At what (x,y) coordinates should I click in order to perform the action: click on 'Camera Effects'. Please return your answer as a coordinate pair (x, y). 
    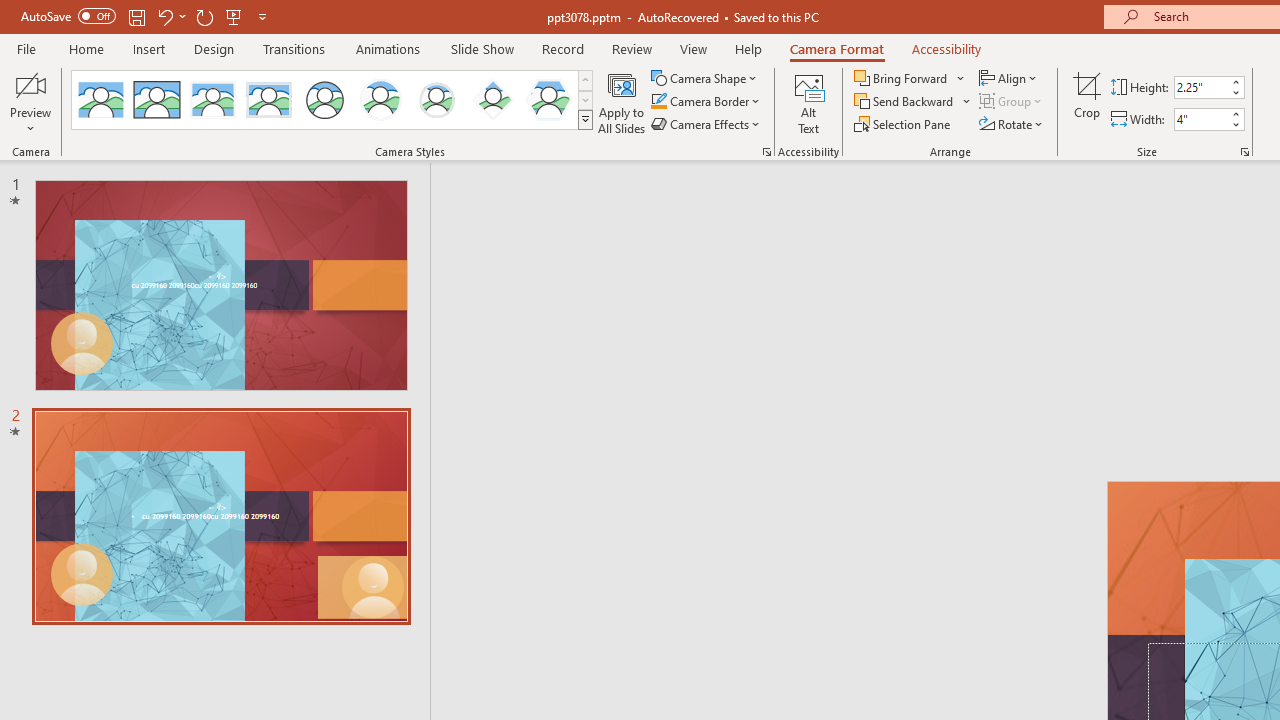
    Looking at the image, I should click on (707, 124).